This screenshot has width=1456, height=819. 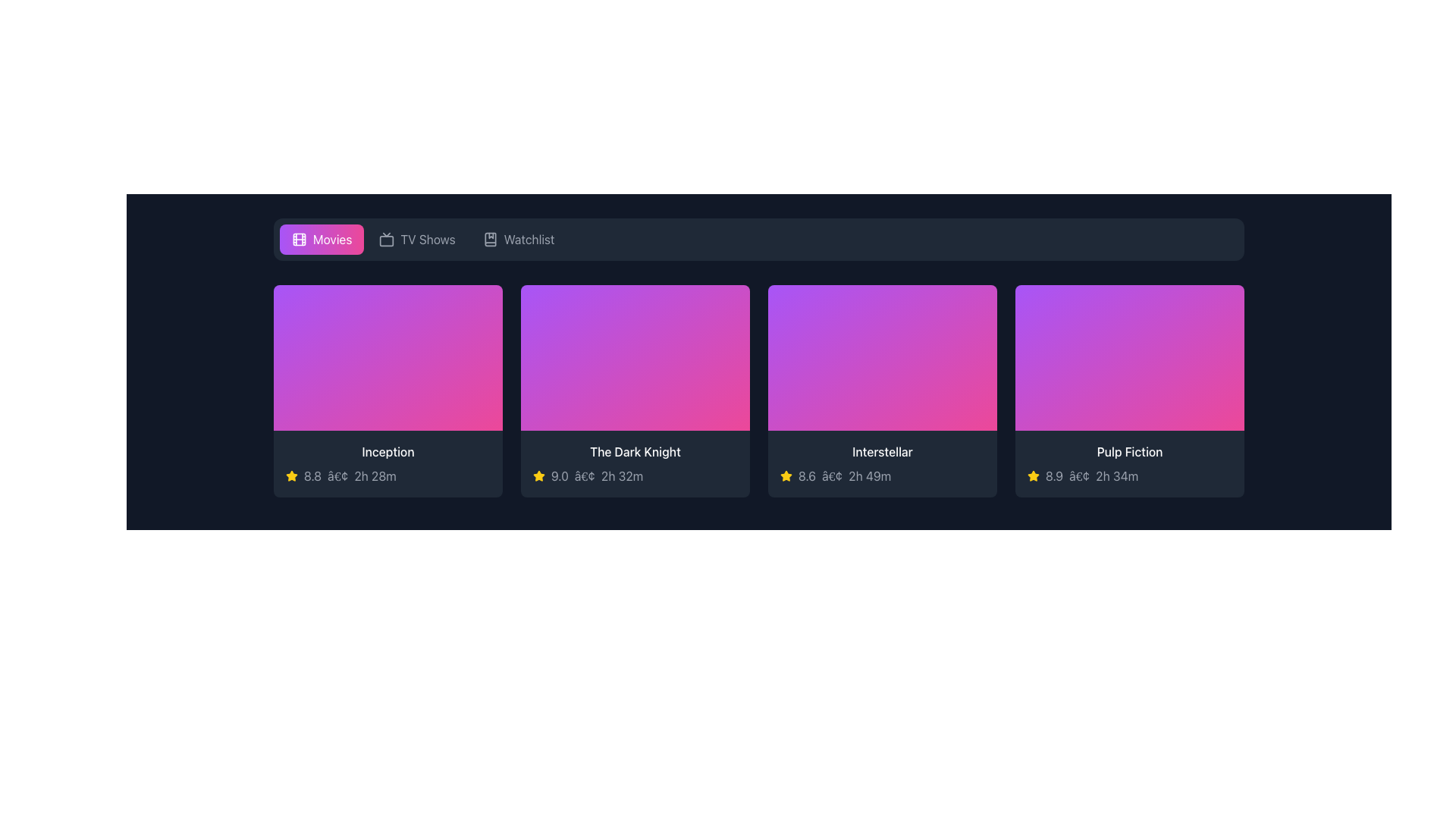 What do you see at coordinates (388, 463) in the screenshot?
I see `text displayed for the movie title 'Inception' with details '8.8 • 2h 28m' and a star icon in yellow, located in the bottom center of the first movie card in a horizontal list` at bounding box center [388, 463].